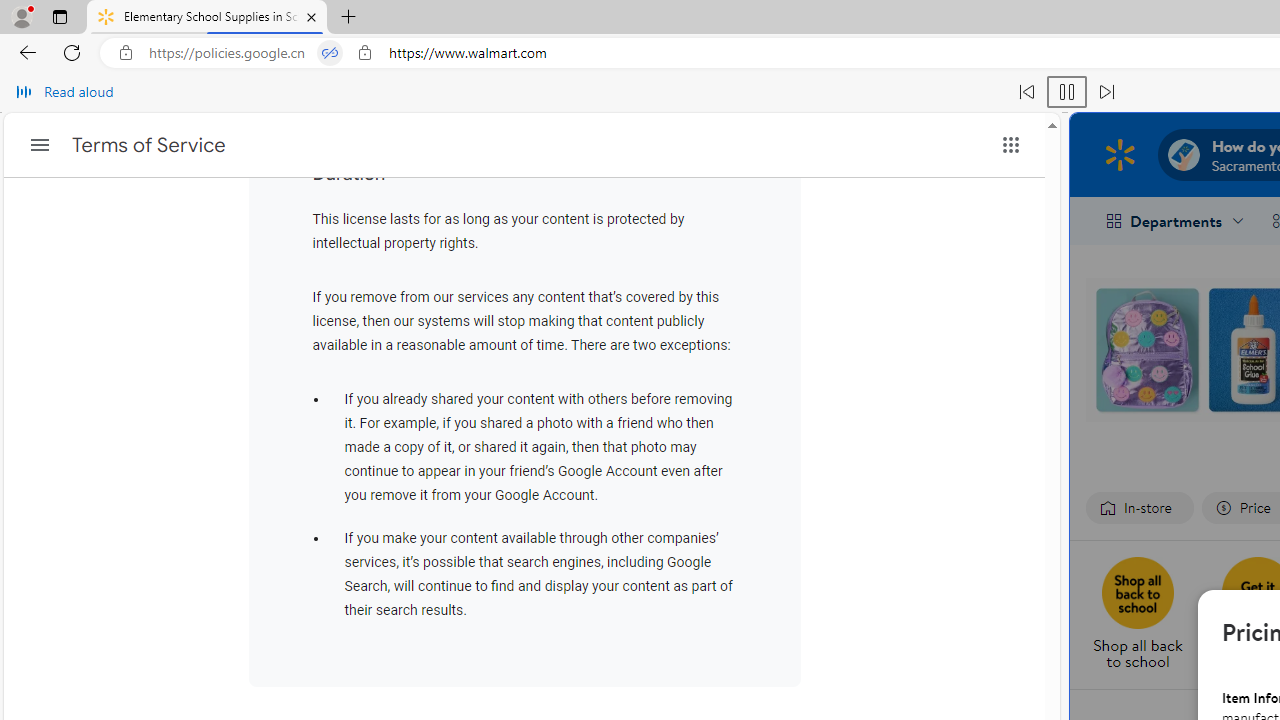 Image resolution: width=1280 pixels, height=720 pixels. I want to click on 'Tabs in split screen', so click(330, 52).